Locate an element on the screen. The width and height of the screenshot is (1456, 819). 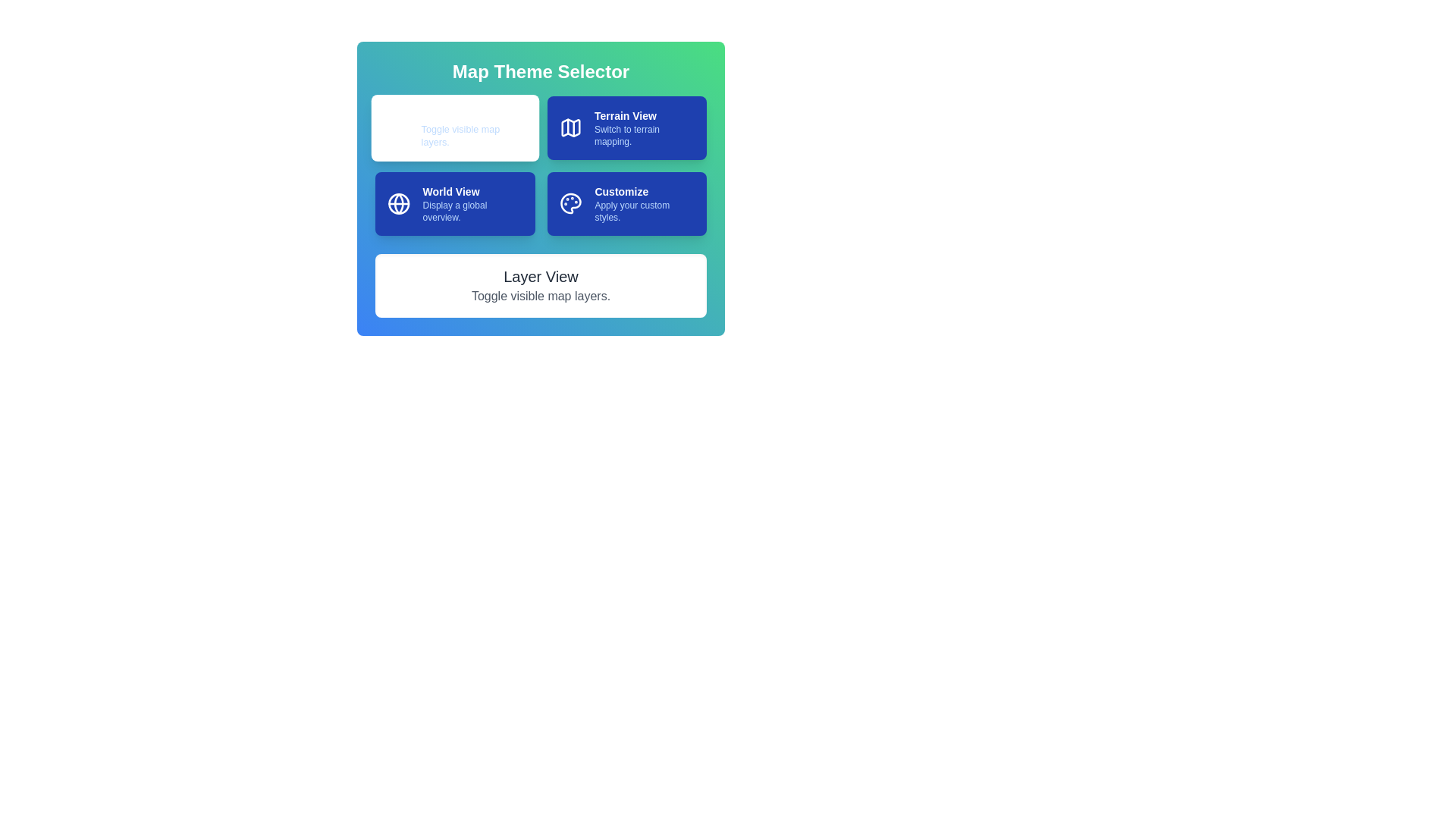
the text label styled in light blue font reading 'Display a global overview' located beneath the bold title 'World View' within a dark blue background section is located at coordinates (472, 211).